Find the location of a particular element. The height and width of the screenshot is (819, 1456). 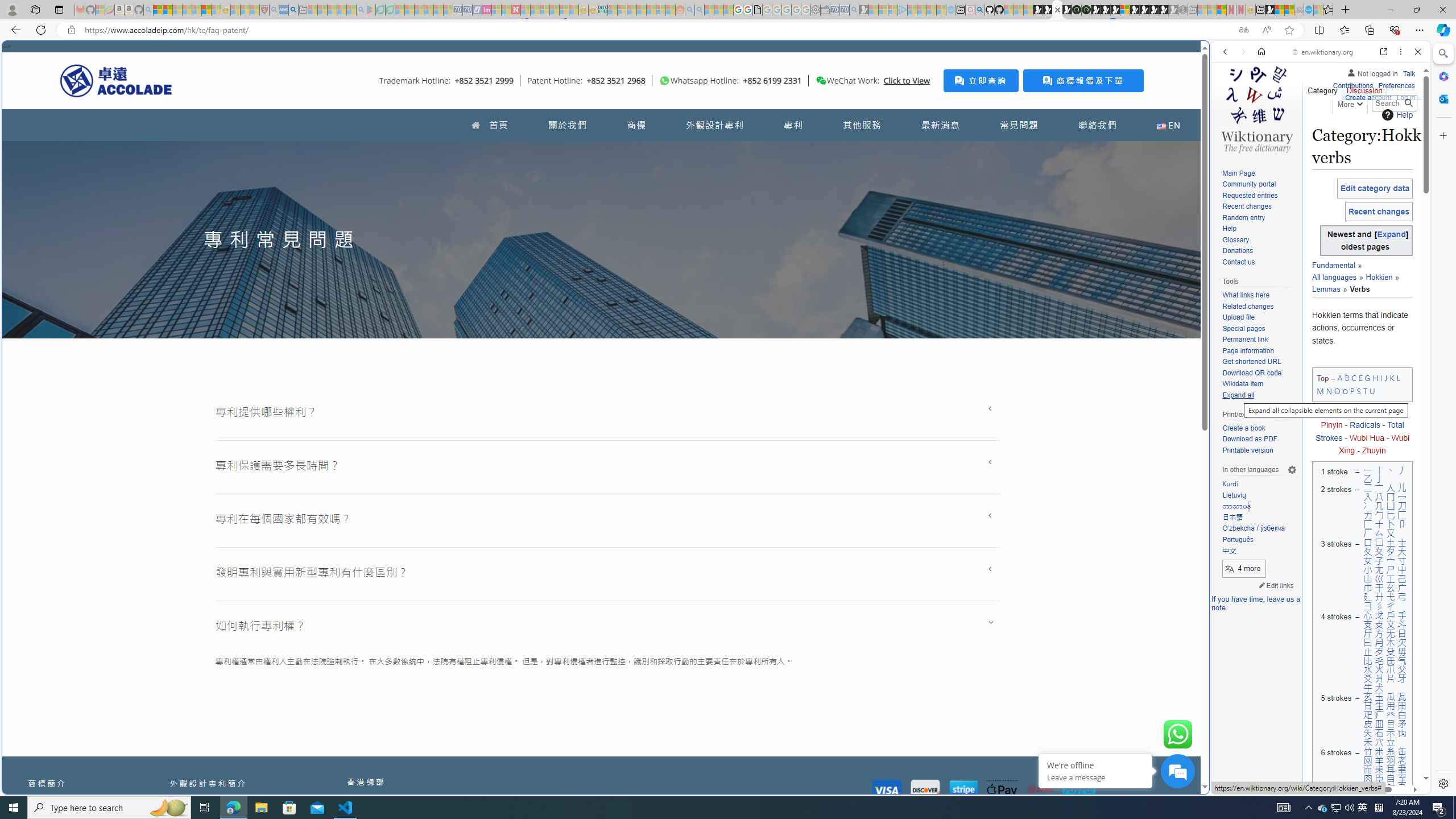

'Contributions' is located at coordinates (1352, 84).